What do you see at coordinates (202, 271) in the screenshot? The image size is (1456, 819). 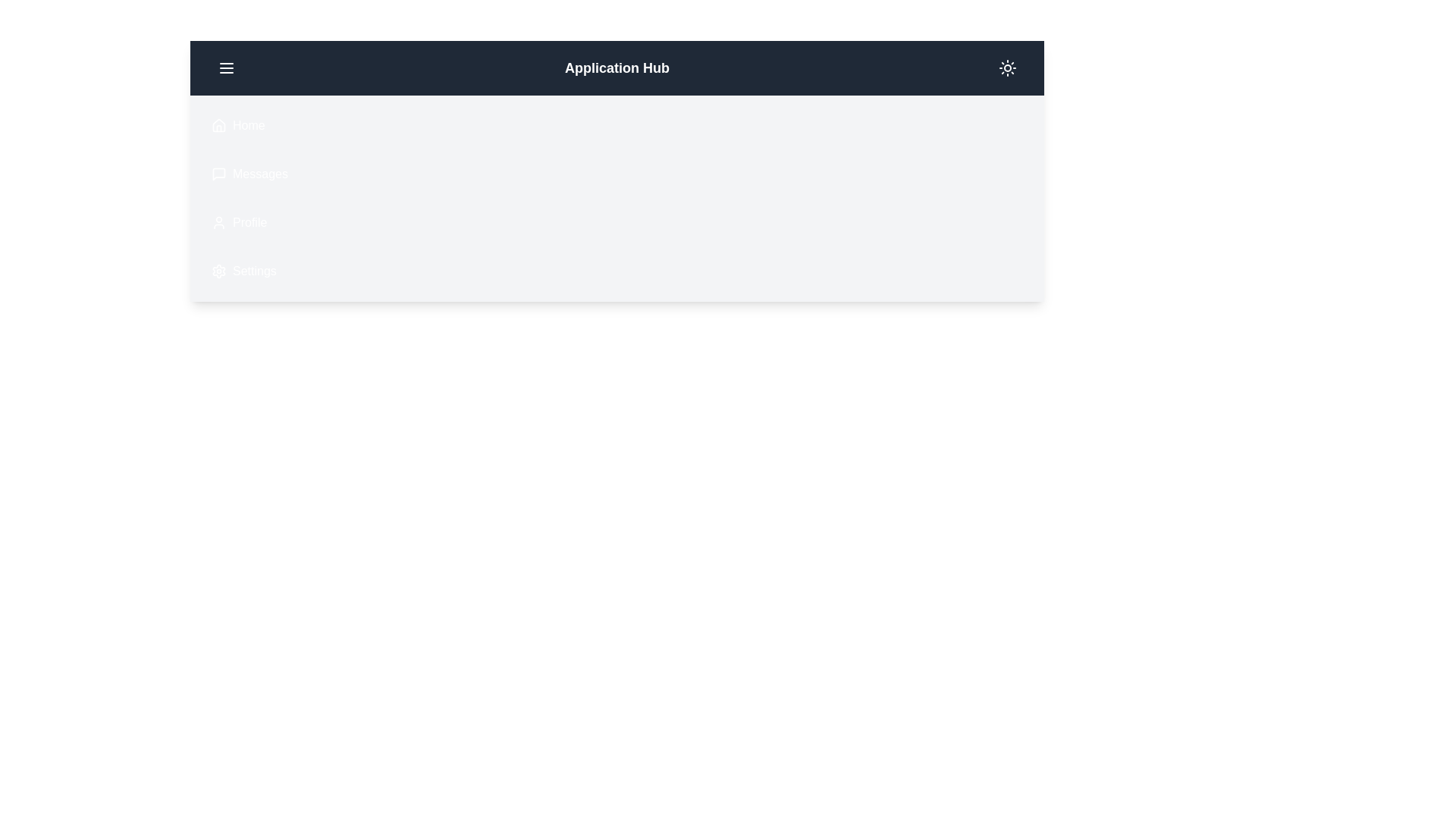 I see `the navigation item Settings` at bounding box center [202, 271].